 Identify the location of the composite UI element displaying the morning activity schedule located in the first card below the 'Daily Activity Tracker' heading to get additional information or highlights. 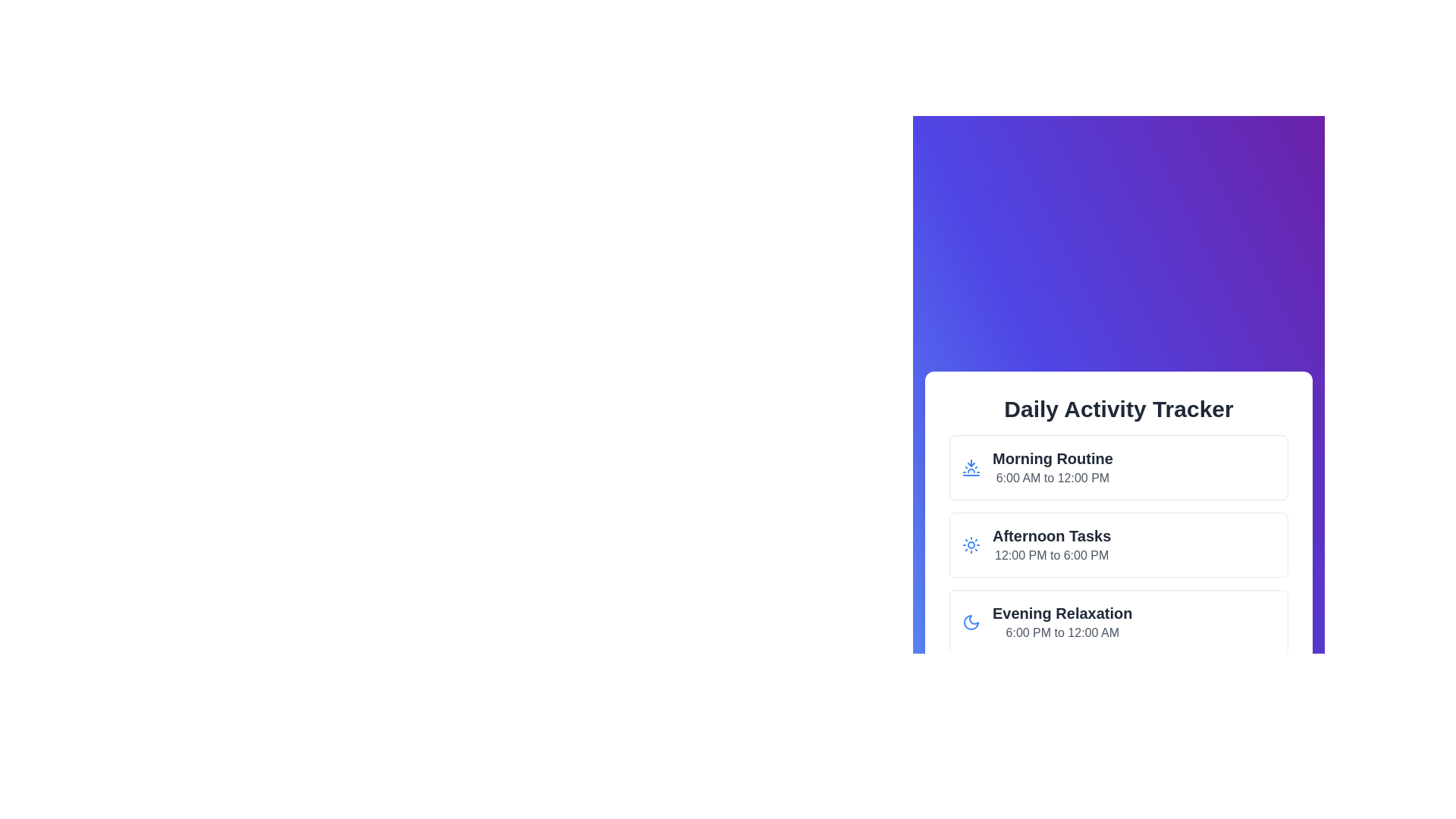
(1052, 467).